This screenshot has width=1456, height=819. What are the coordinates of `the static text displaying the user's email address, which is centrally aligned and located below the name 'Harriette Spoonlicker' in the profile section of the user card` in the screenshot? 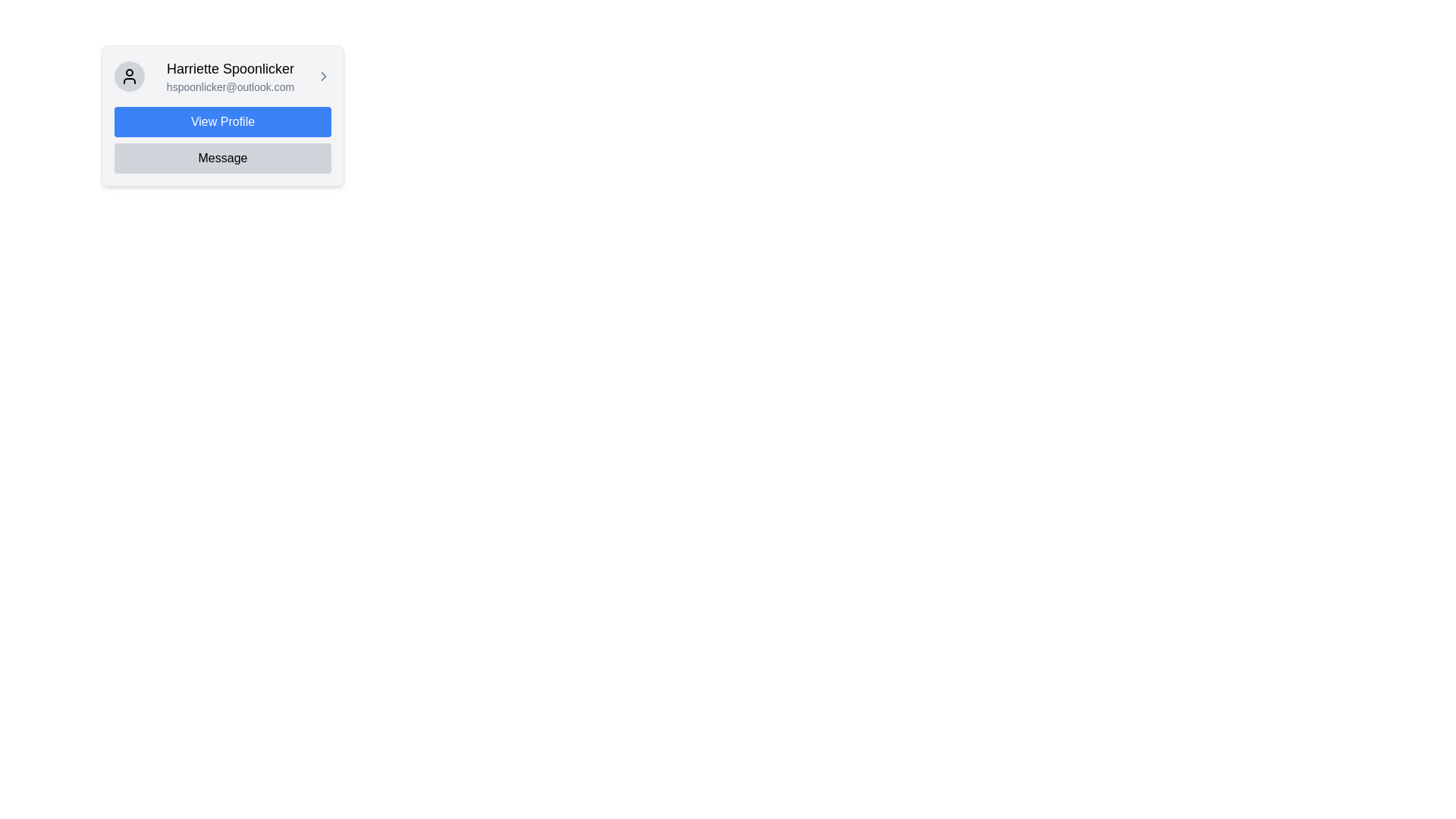 It's located at (229, 87).